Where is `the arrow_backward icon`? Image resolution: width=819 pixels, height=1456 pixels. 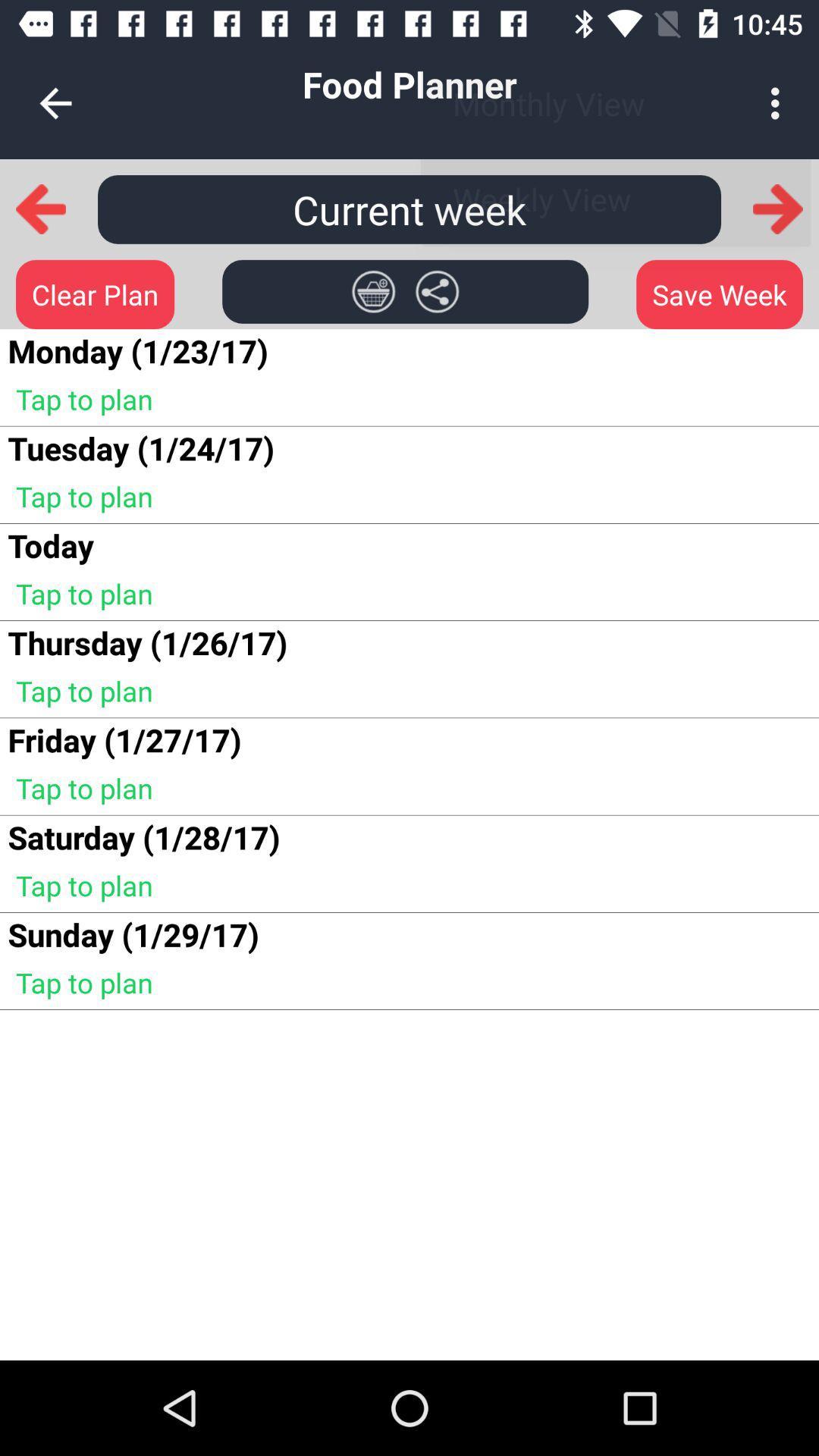 the arrow_backward icon is located at coordinates (40, 208).